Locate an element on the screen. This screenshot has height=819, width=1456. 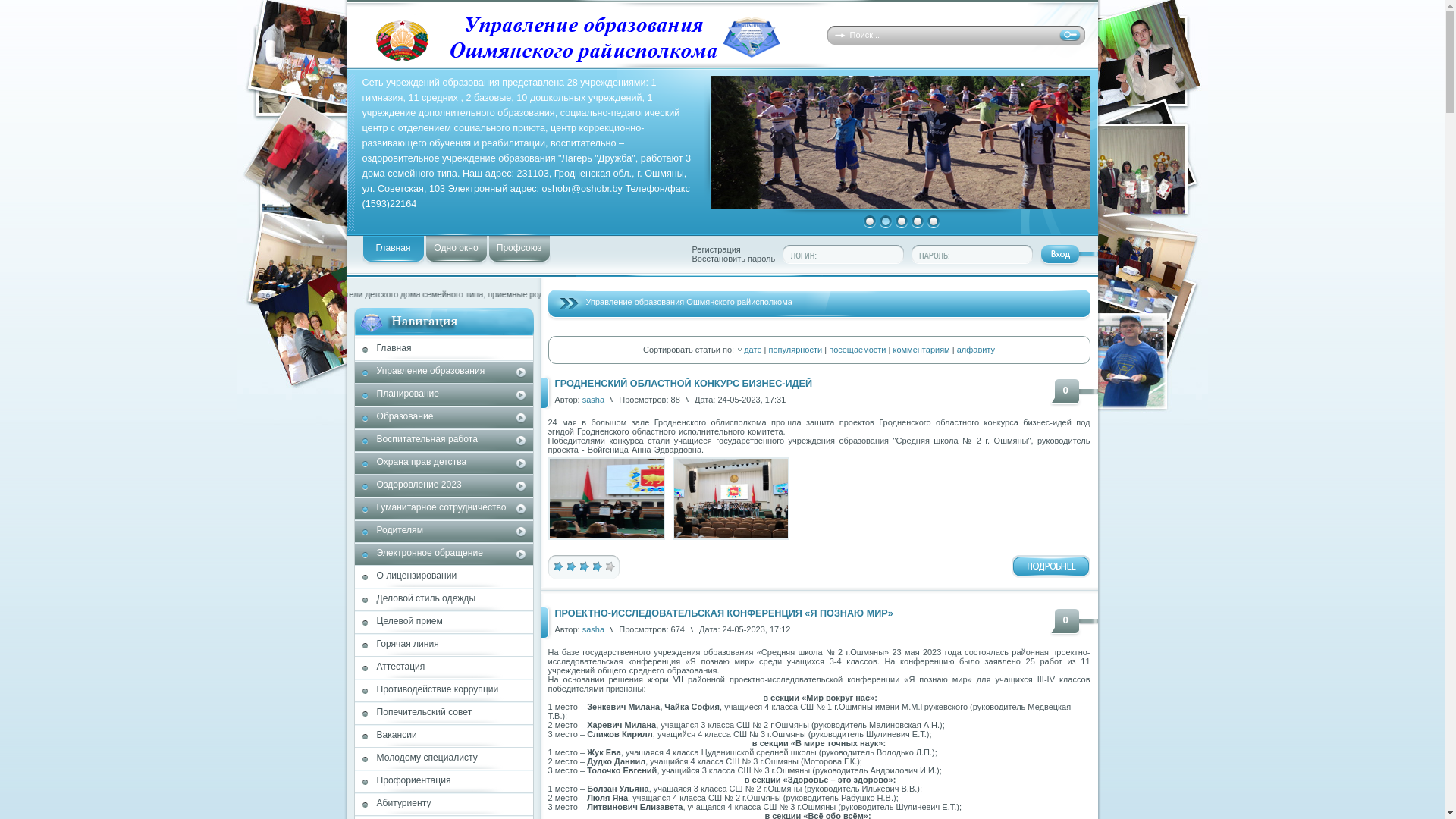
'3' is located at coordinates (583, 566).